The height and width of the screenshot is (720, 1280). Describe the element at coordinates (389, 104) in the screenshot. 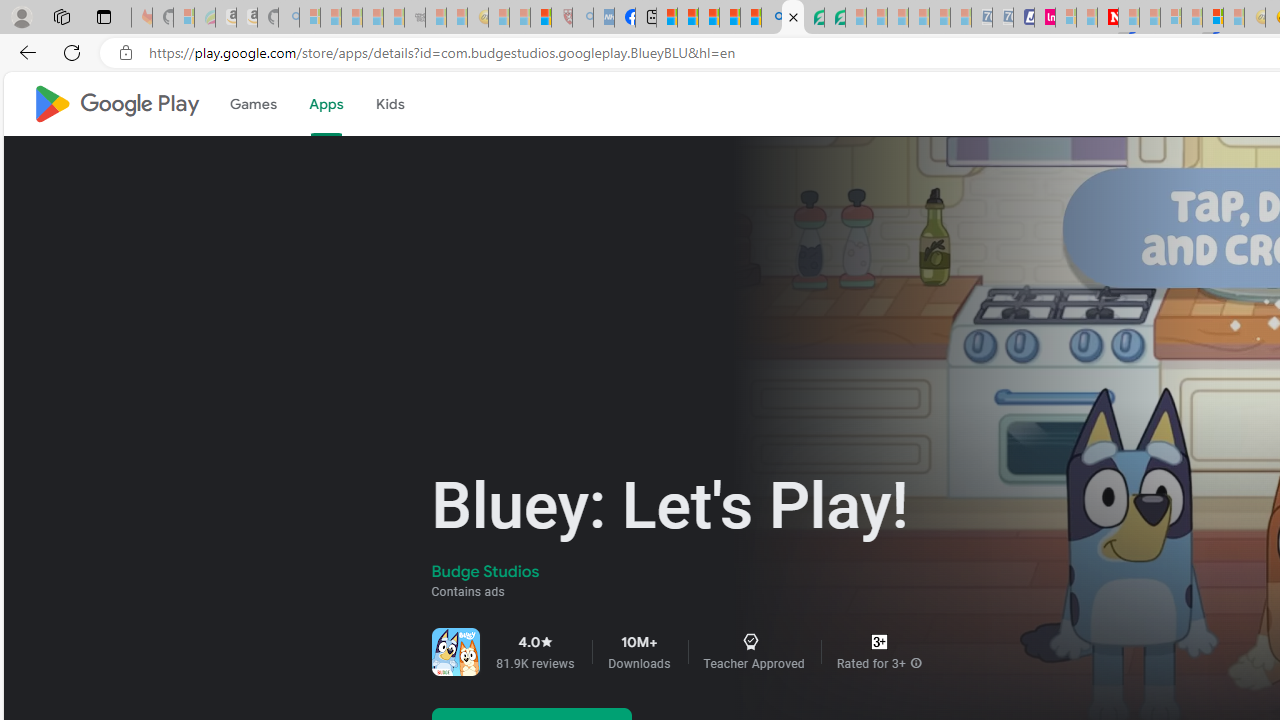

I see `'Kids'` at that location.